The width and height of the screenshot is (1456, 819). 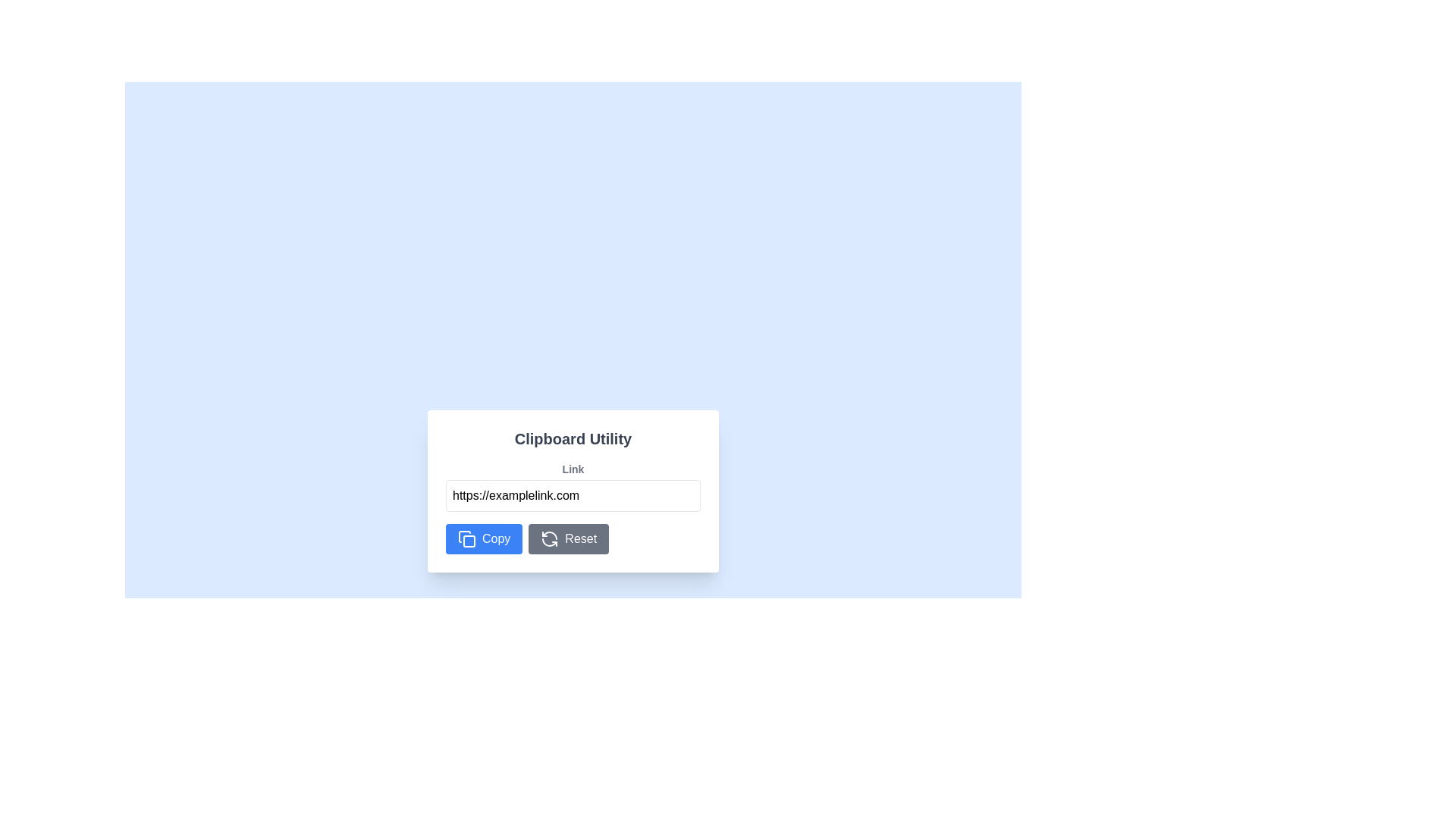 I want to click on the reset button located at the bottom-right corner of the button group in the clipboard utility interface, so click(x=567, y=538).